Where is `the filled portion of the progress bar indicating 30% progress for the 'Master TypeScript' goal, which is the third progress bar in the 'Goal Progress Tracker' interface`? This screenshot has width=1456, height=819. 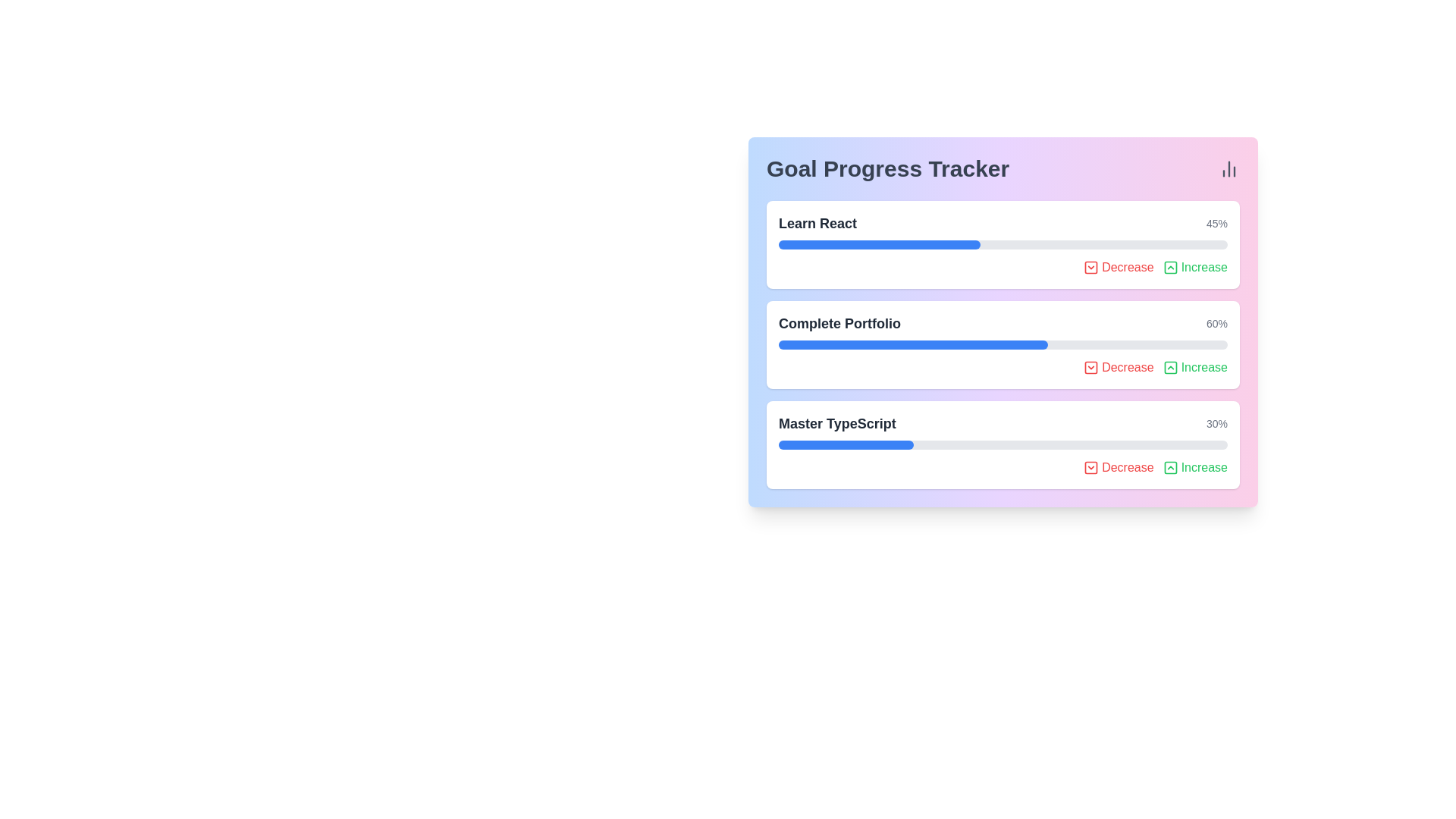
the filled portion of the progress bar indicating 30% progress for the 'Master TypeScript' goal, which is the third progress bar in the 'Goal Progress Tracker' interface is located at coordinates (845, 444).